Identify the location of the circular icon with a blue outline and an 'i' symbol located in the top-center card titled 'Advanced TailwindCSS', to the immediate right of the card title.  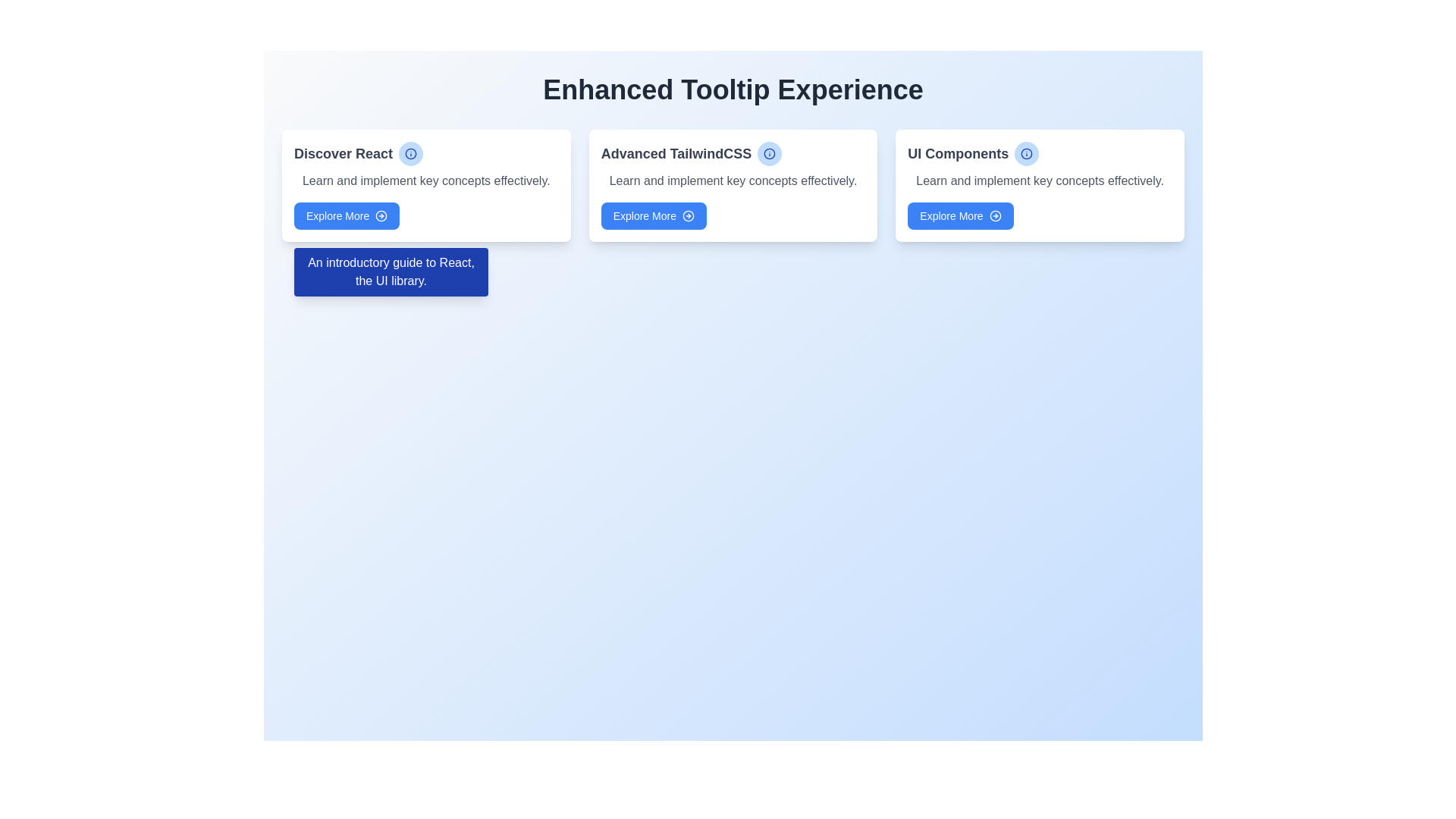
(770, 154).